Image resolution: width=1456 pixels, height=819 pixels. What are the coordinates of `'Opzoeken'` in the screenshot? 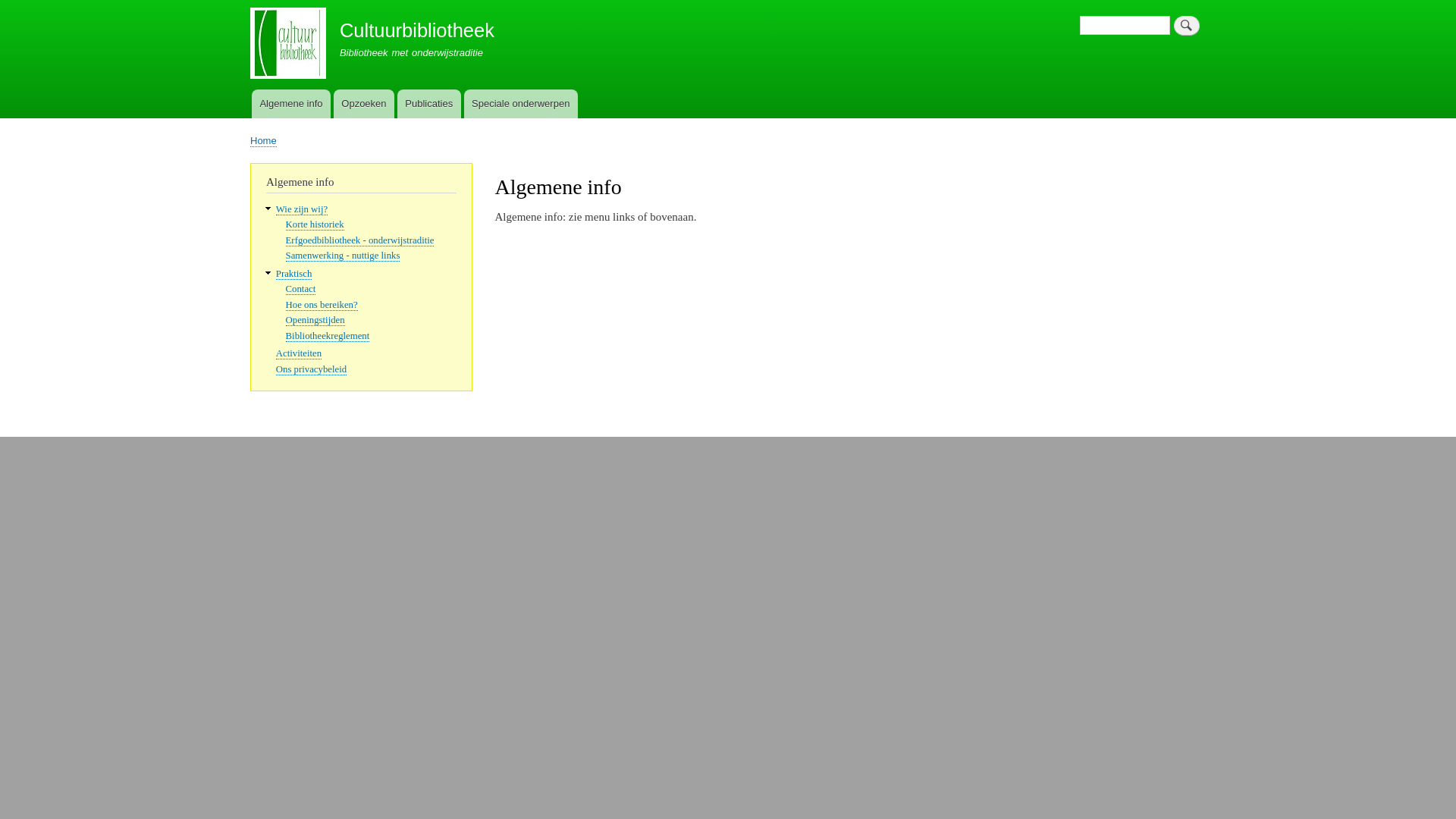 It's located at (333, 103).